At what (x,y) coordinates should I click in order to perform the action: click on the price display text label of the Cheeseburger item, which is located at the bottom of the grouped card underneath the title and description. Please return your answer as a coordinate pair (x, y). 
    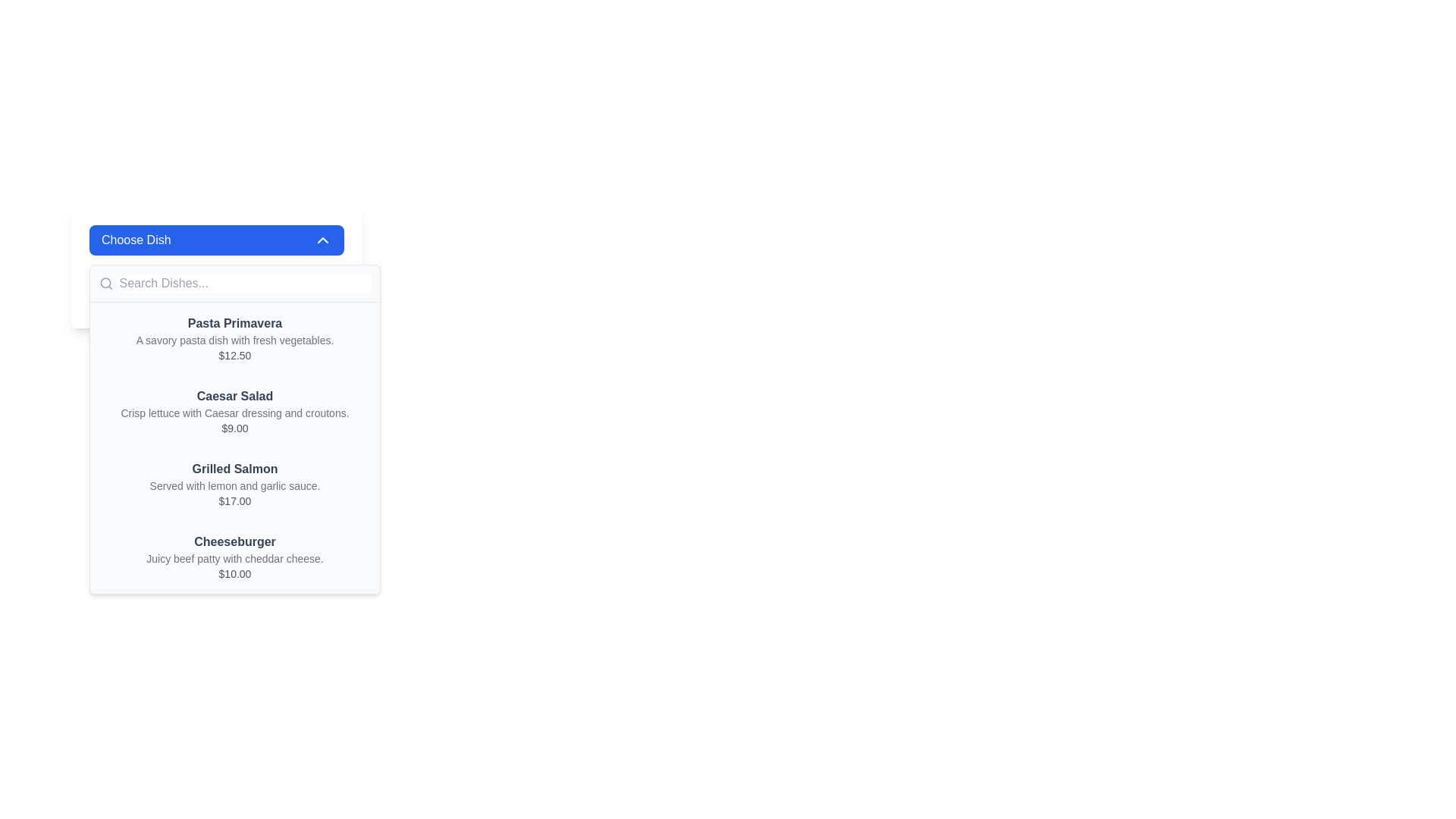
    Looking at the image, I should click on (234, 573).